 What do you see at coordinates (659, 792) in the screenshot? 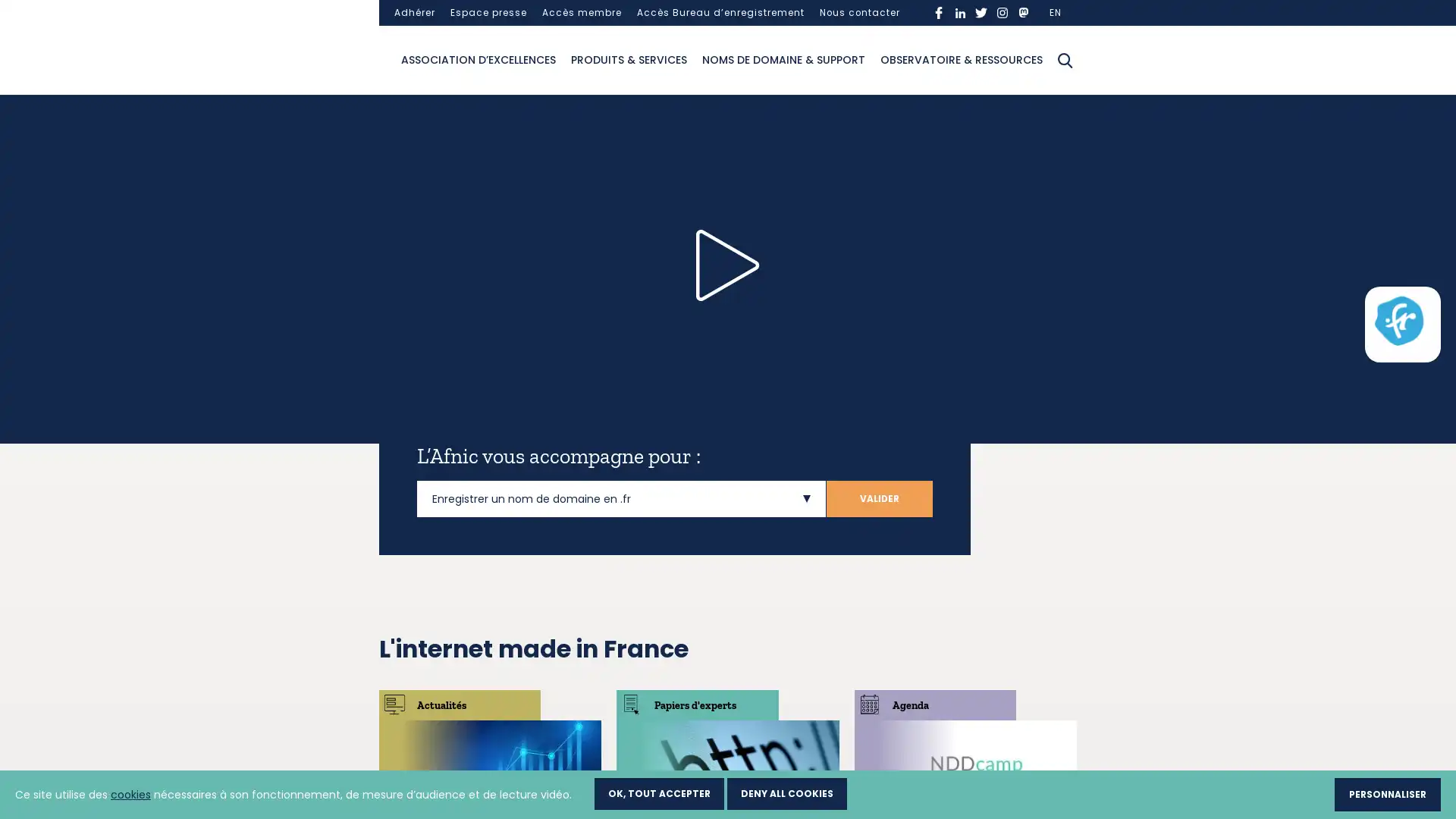
I see `OK, TOUT ACCEPTER` at bounding box center [659, 792].